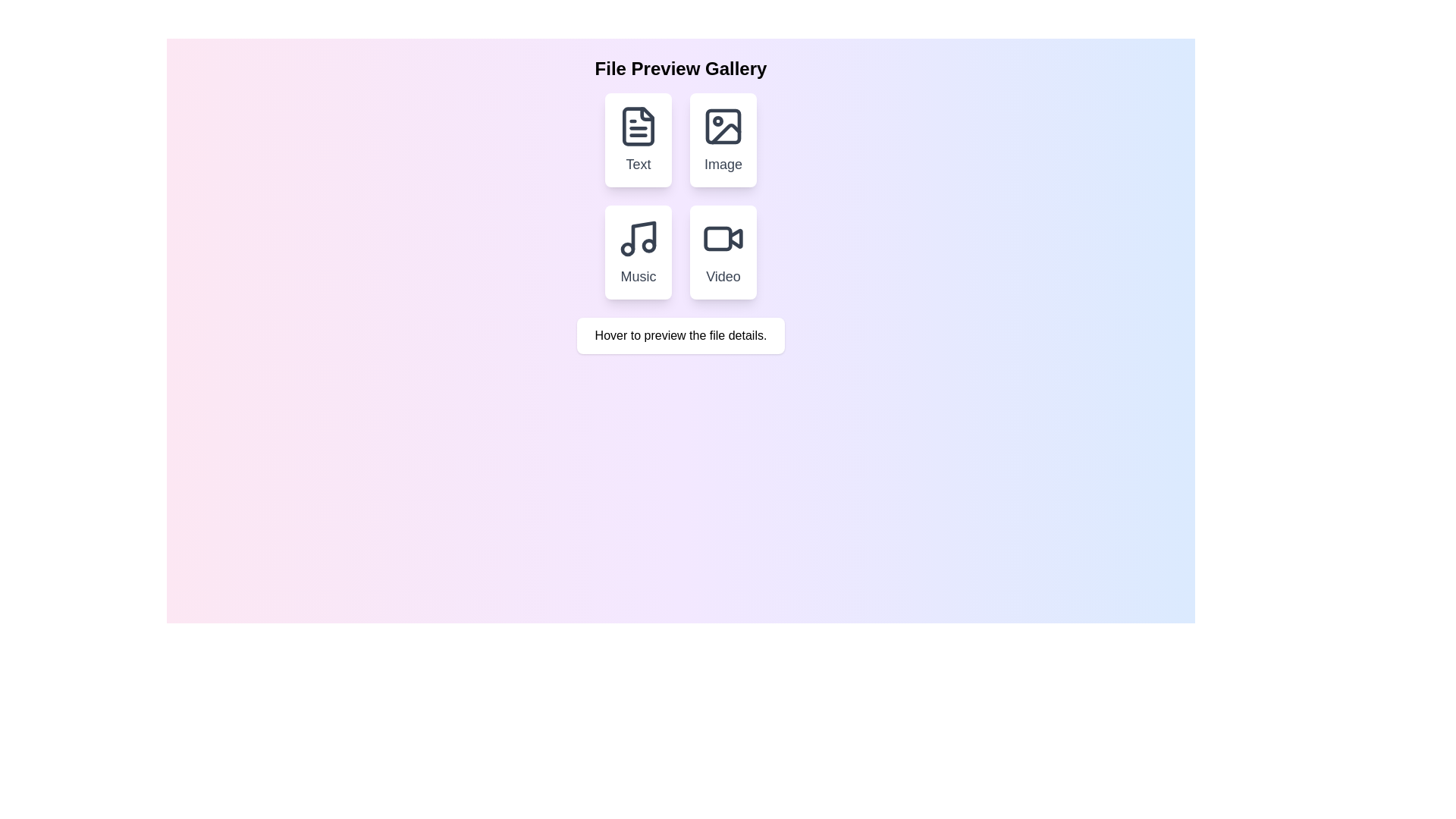  What do you see at coordinates (723, 277) in the screenshot?
I see `the static text label displaying 'Video' in dark gray color, located at the bottom of the video camera icon card in the second row and second column of the grid` at bounding box center [723, 277].